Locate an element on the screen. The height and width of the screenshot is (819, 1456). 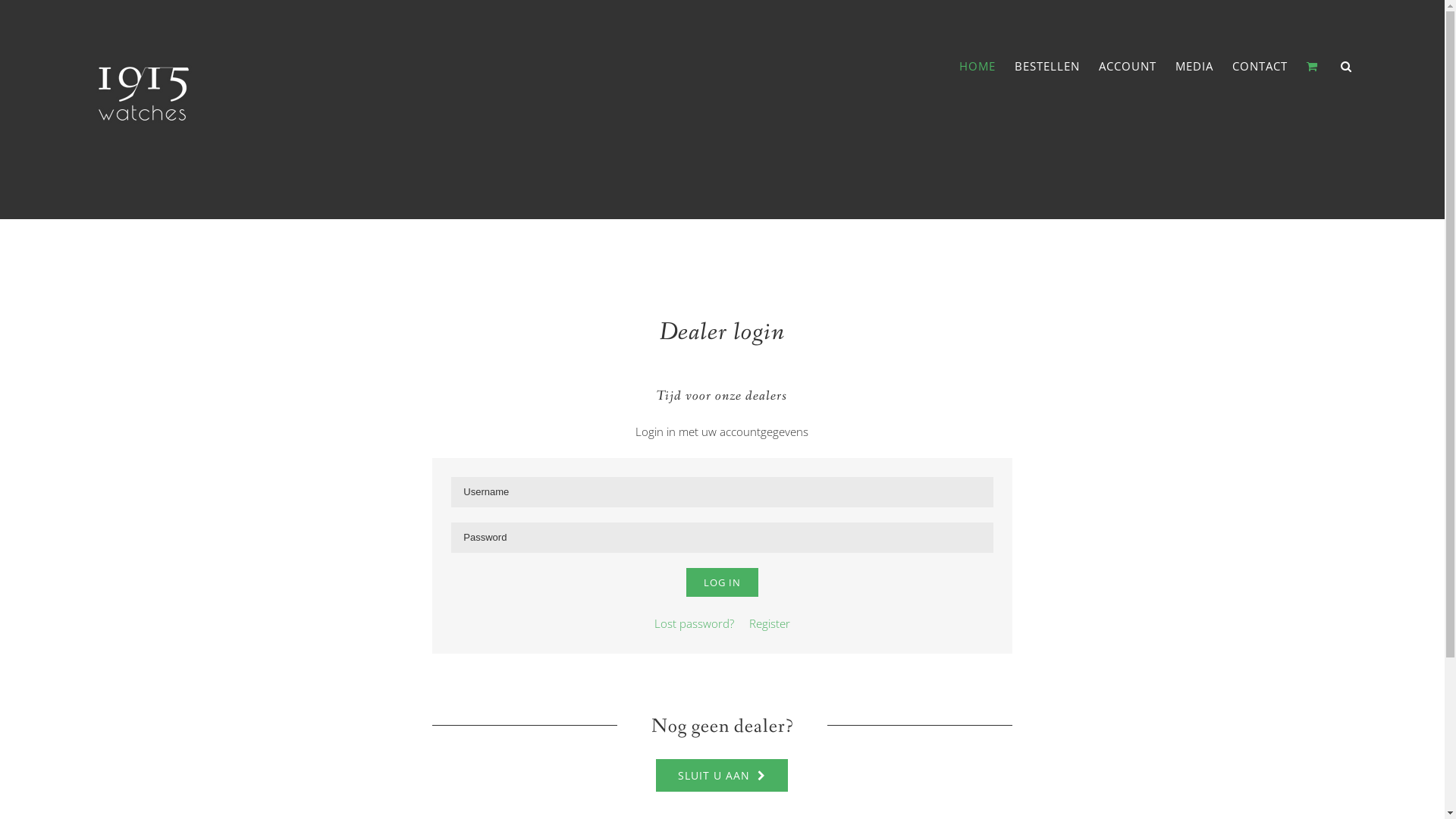
'ACCOUNT' is located at coordinates (1128, 65).